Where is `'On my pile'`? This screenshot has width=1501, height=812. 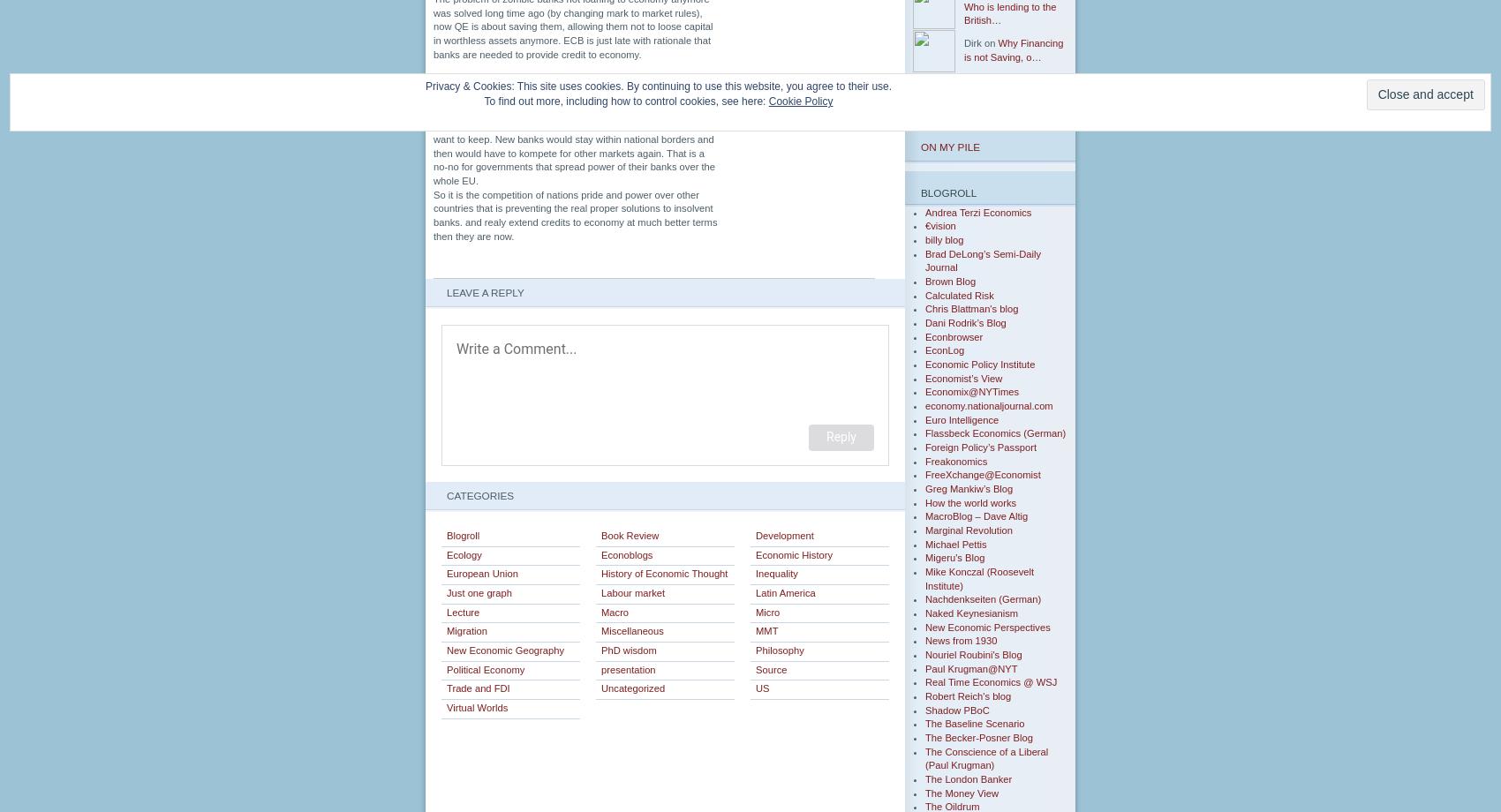 'On my pile' is located at coordinates (950, 146).